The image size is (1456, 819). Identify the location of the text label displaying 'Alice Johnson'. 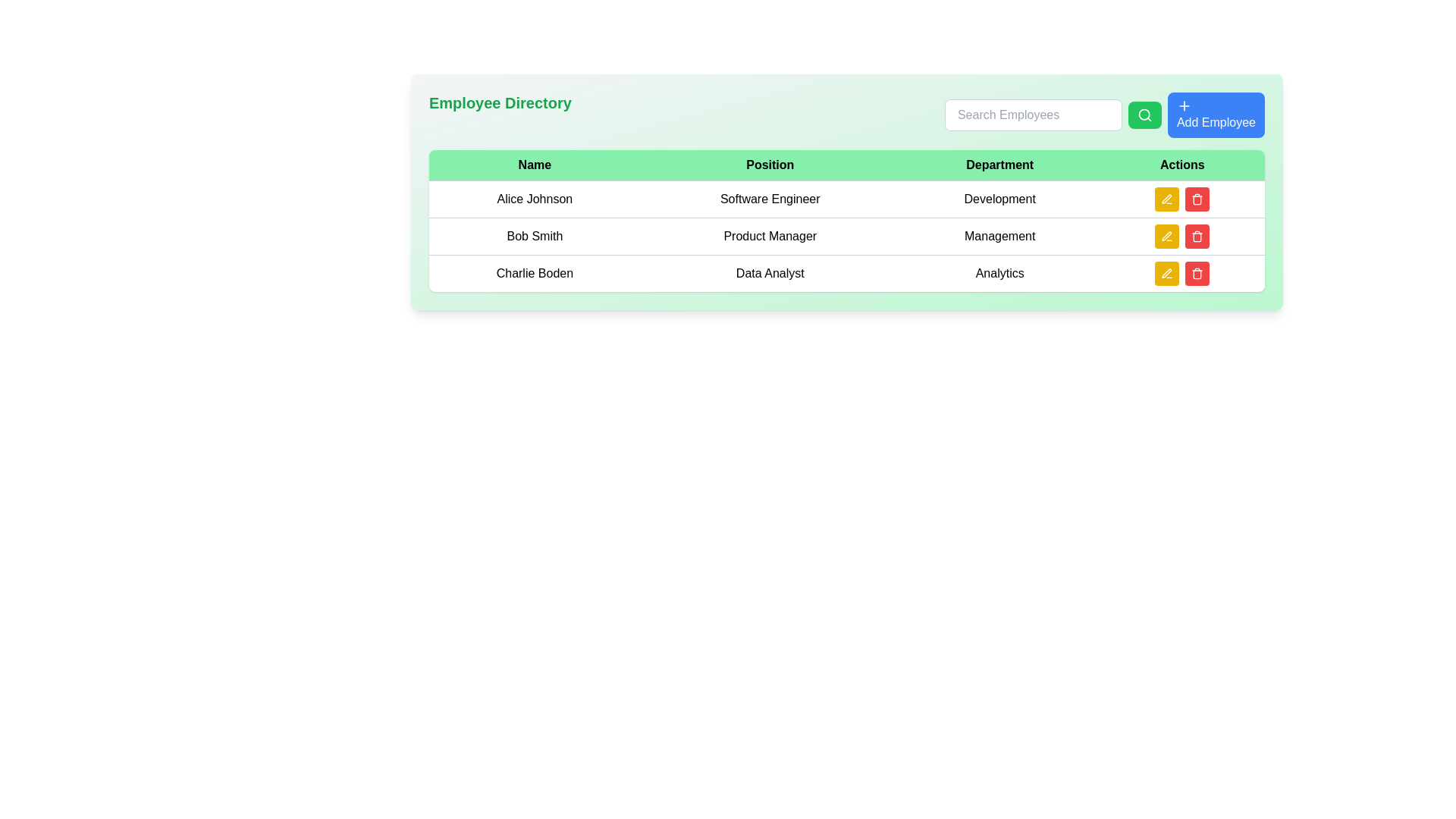
(535, 198).